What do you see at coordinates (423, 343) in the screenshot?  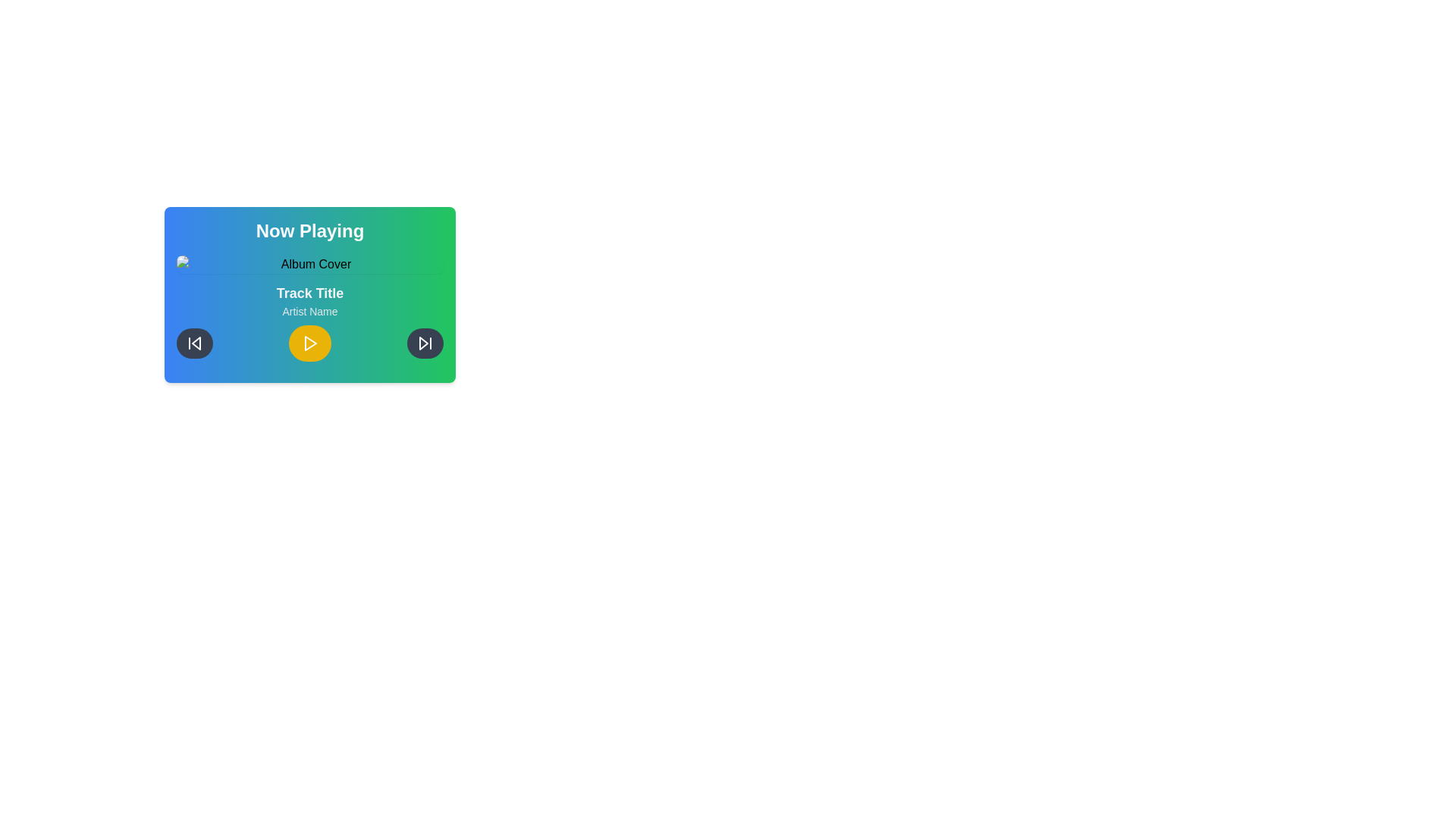 I see `the triangular icon located in the bottom-right corner of the media player card to skip to the next media item in the playlist` at bounding box center [423, 343].